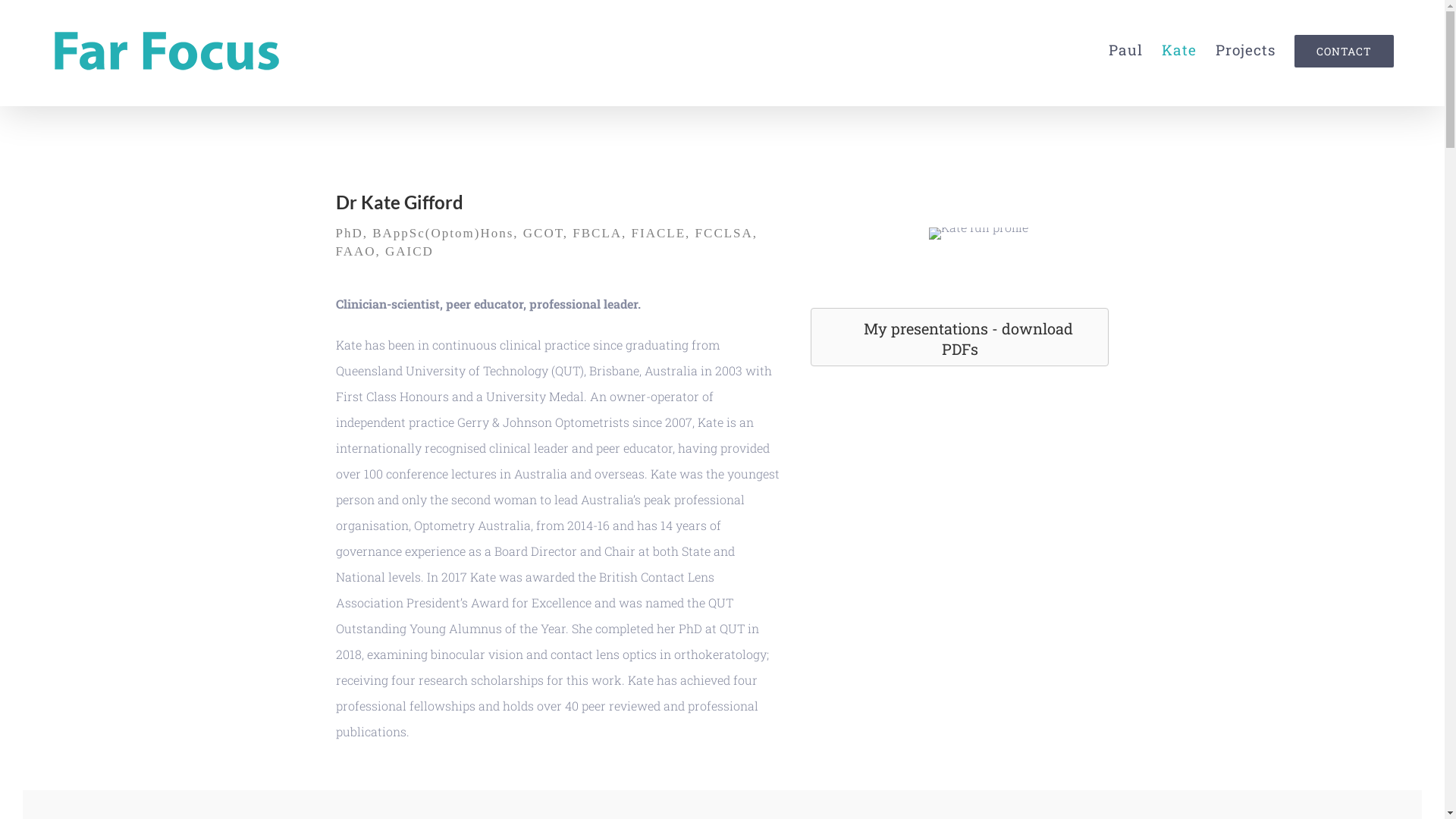  I want to click on 'CONTACT', so click(1344, 49).